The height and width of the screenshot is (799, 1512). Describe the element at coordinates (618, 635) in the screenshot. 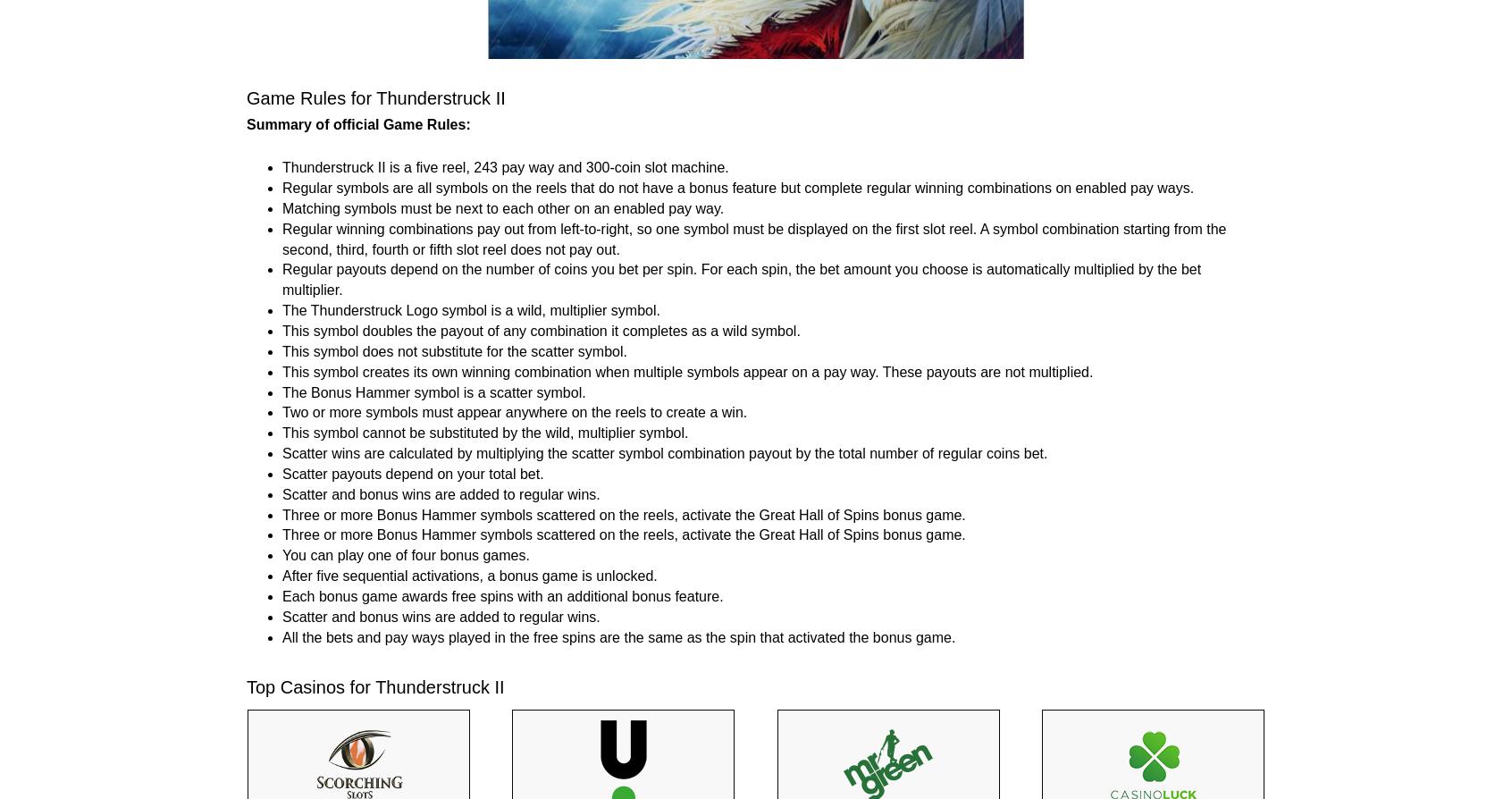

I see `'All the bets and pay ways played in the free spins are the same as the spin that activated the bonus game.'` at that location.